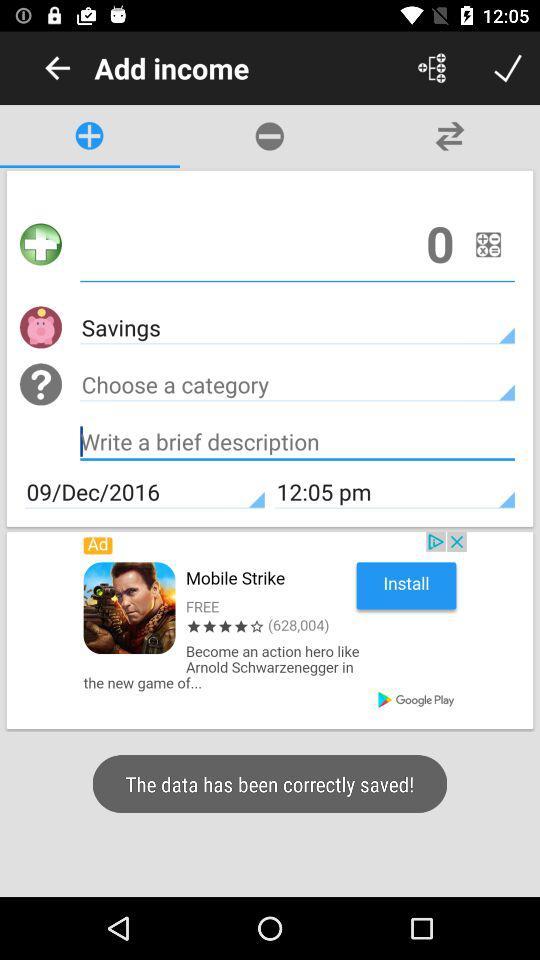 The height and width of the screenshot is (960, 540). Describe the element at coordinates (270, 629) in the screenshot. I see `advert` at that location.